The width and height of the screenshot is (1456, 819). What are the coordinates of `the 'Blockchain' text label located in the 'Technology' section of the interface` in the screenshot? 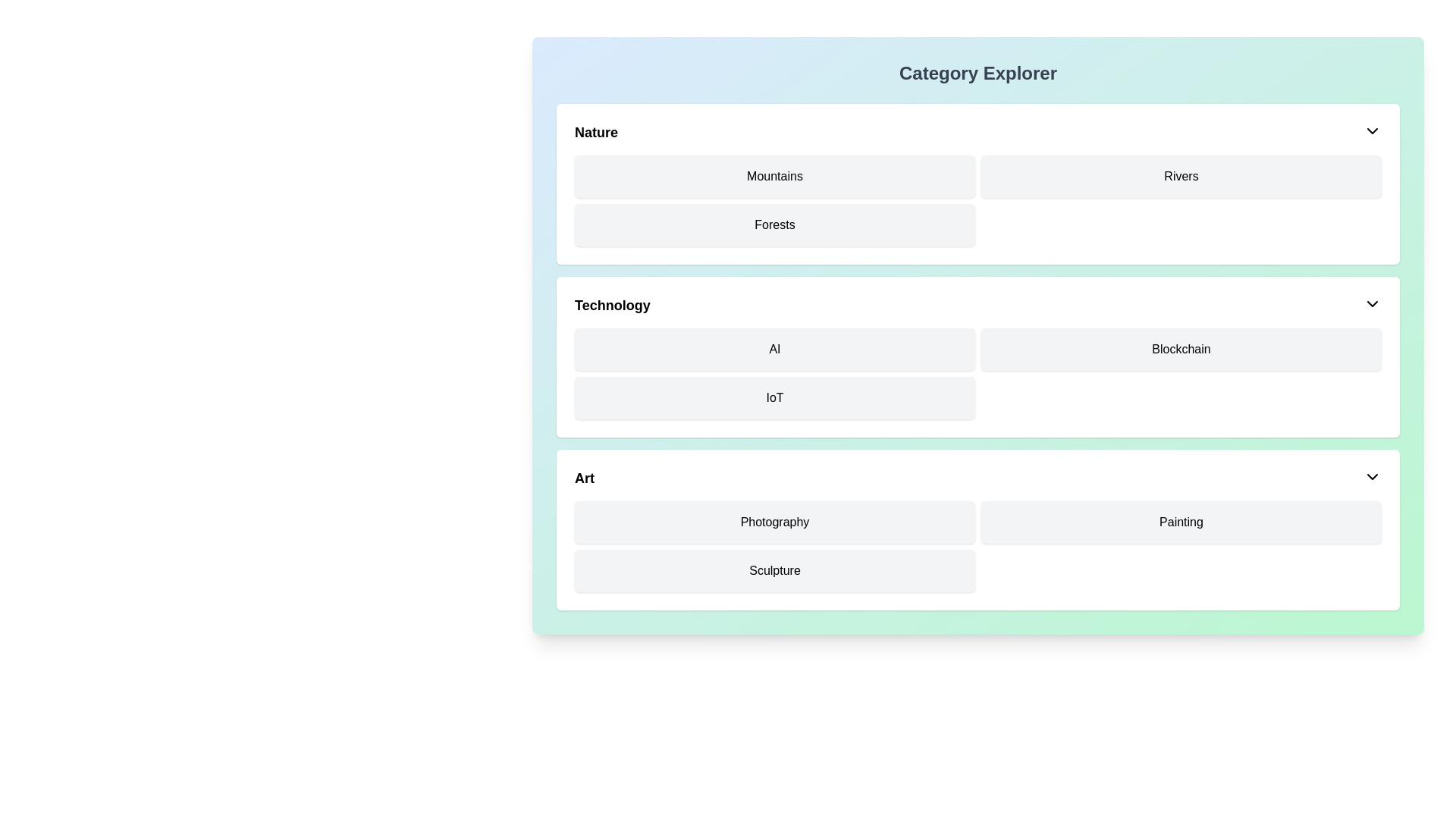 It's located at (1181, 350).